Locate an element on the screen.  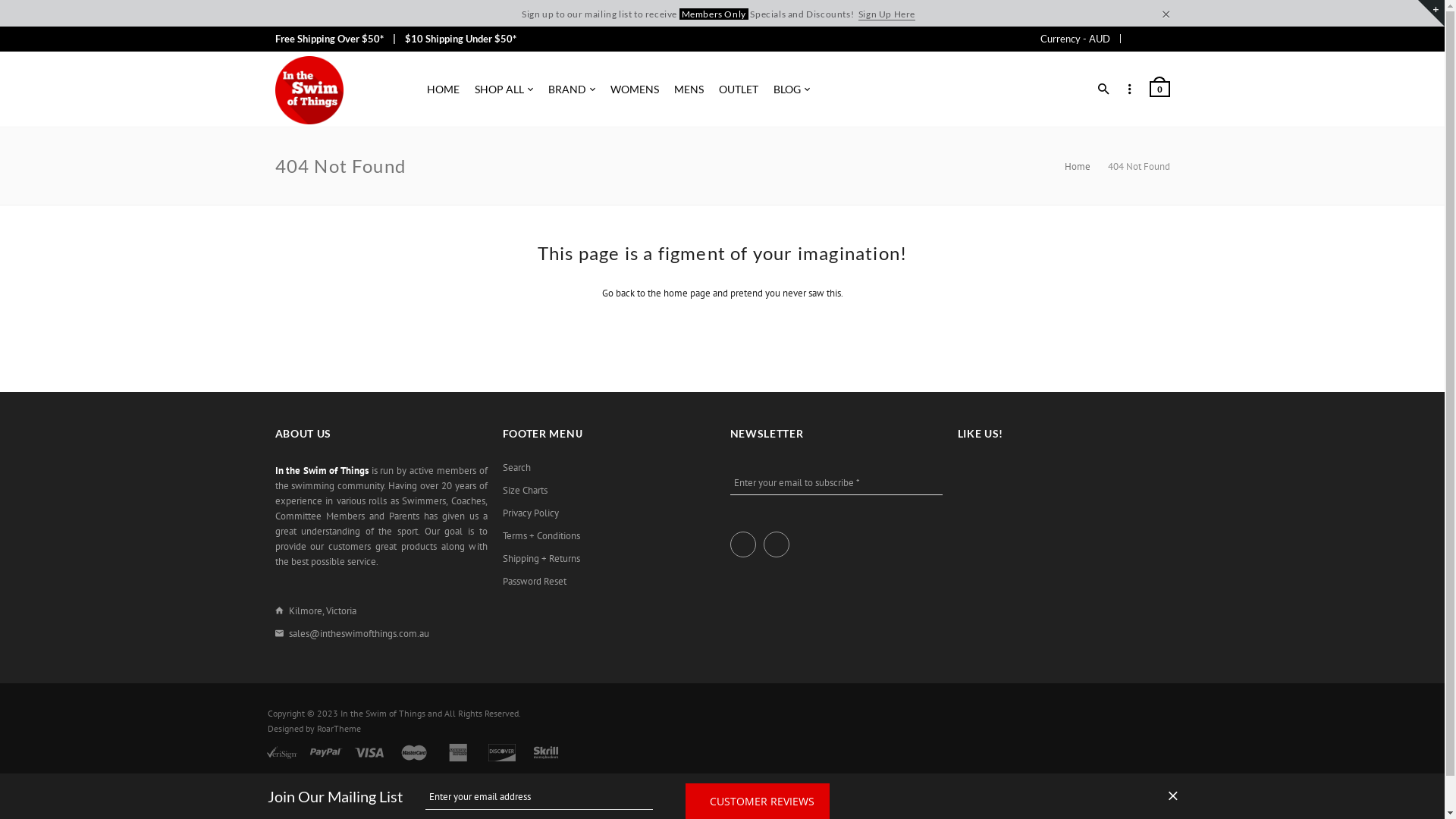
'Search' is located at coordinates (516, 467).